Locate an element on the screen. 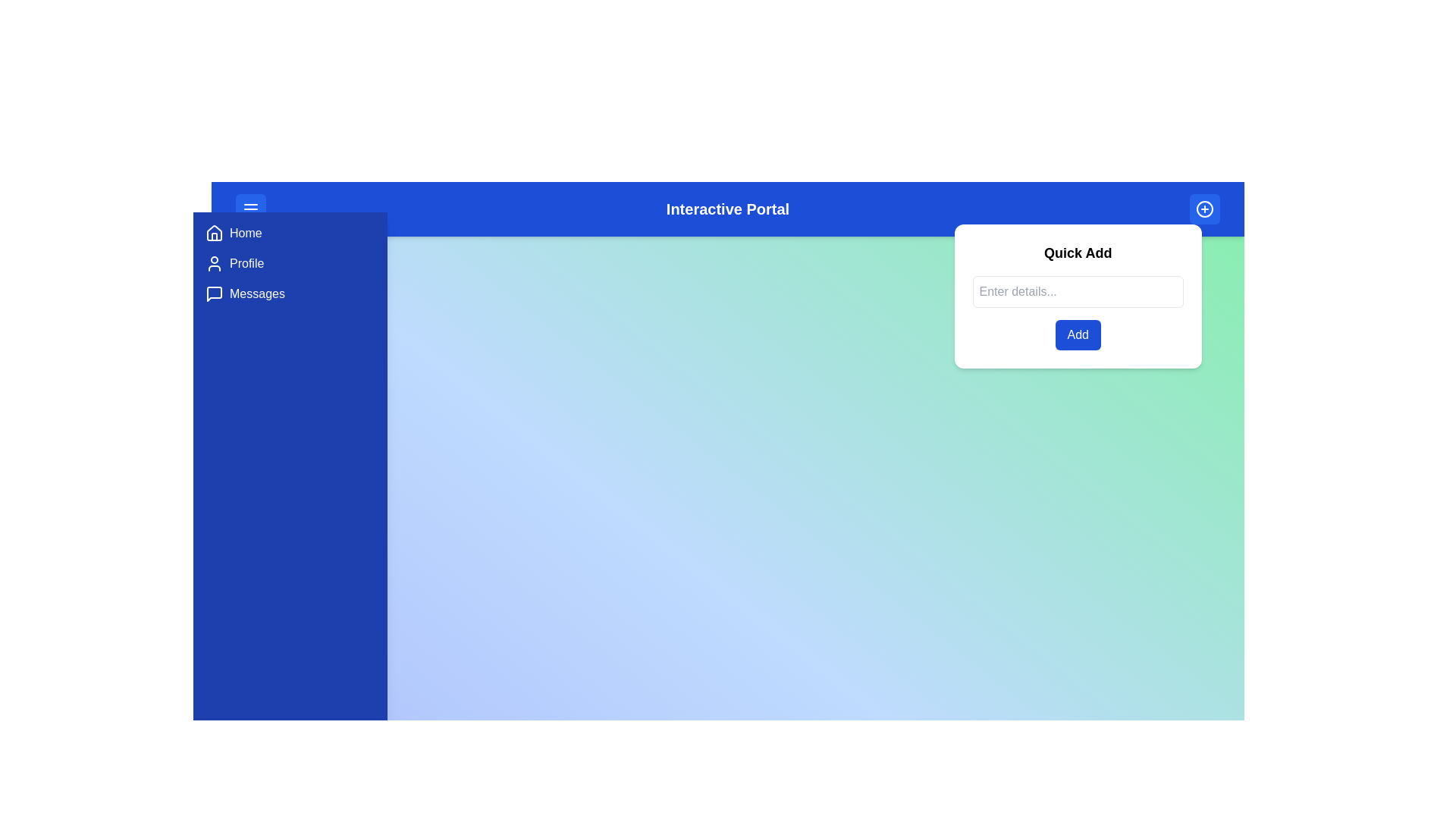 The image size is (1456, 819). the Profile item from the side navigation menu is located at coordinates (290, 262).